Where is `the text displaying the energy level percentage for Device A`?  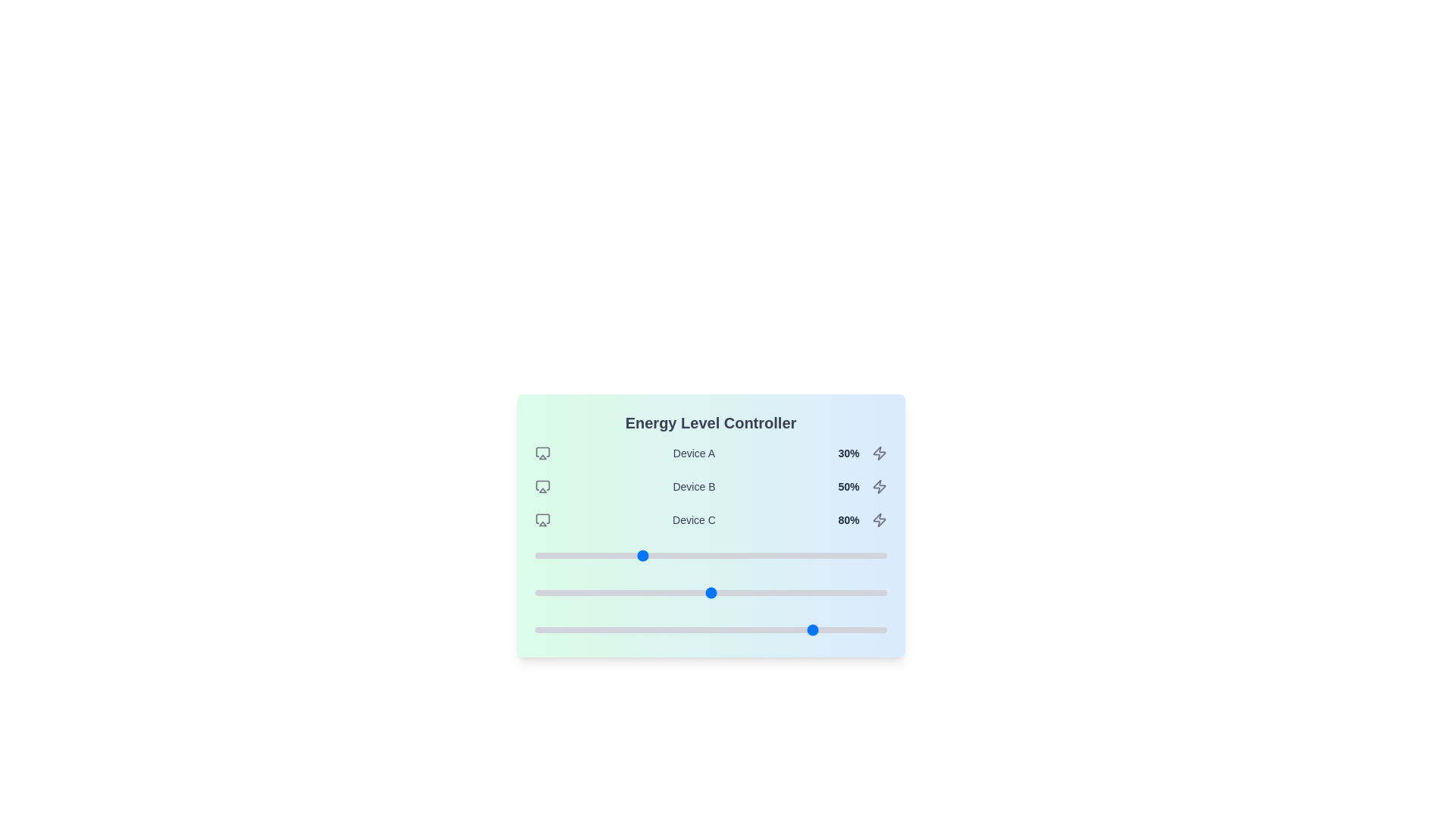
the text displaying the energy level percentage for Device A is located at coordinates (848, 452).